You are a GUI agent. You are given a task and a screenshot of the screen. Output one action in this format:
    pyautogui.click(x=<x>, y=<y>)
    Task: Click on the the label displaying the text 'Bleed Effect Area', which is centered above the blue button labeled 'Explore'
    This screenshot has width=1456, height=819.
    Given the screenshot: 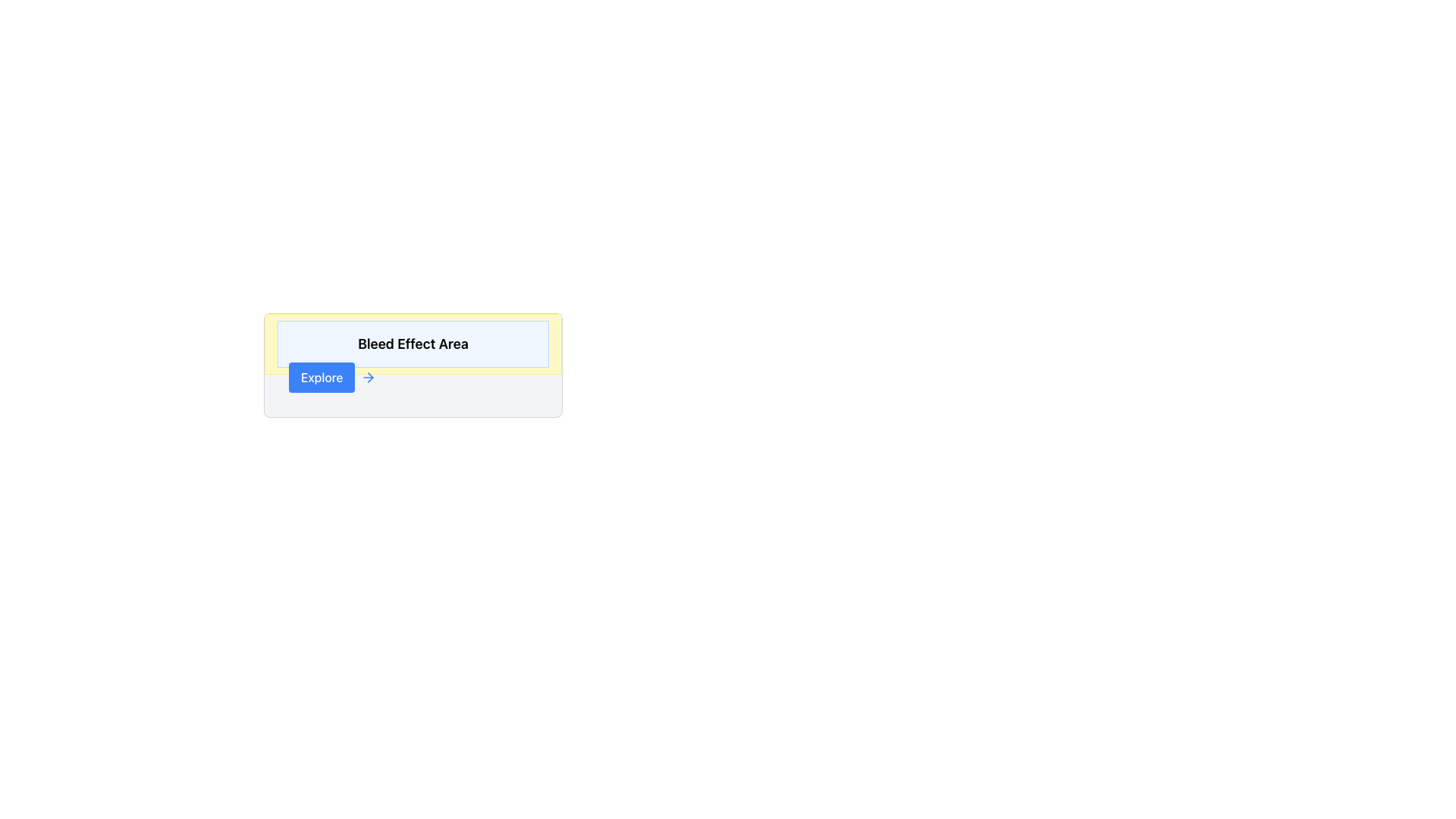 What is the action you would take?
    pyautogui.click(x=413, y=344)
    